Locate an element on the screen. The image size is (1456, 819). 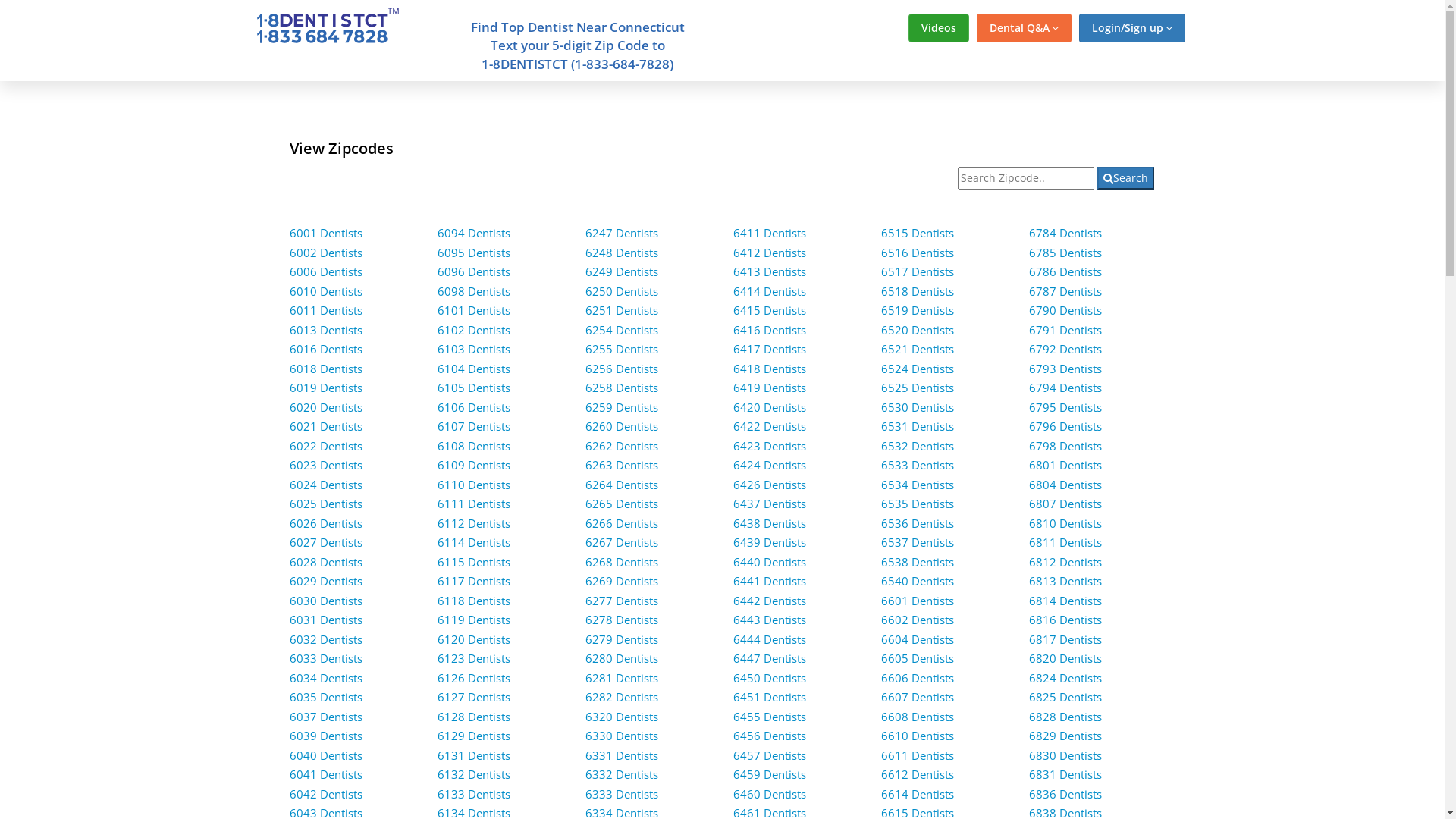
'6098 Dentists' is located at coordinates (472, 291).